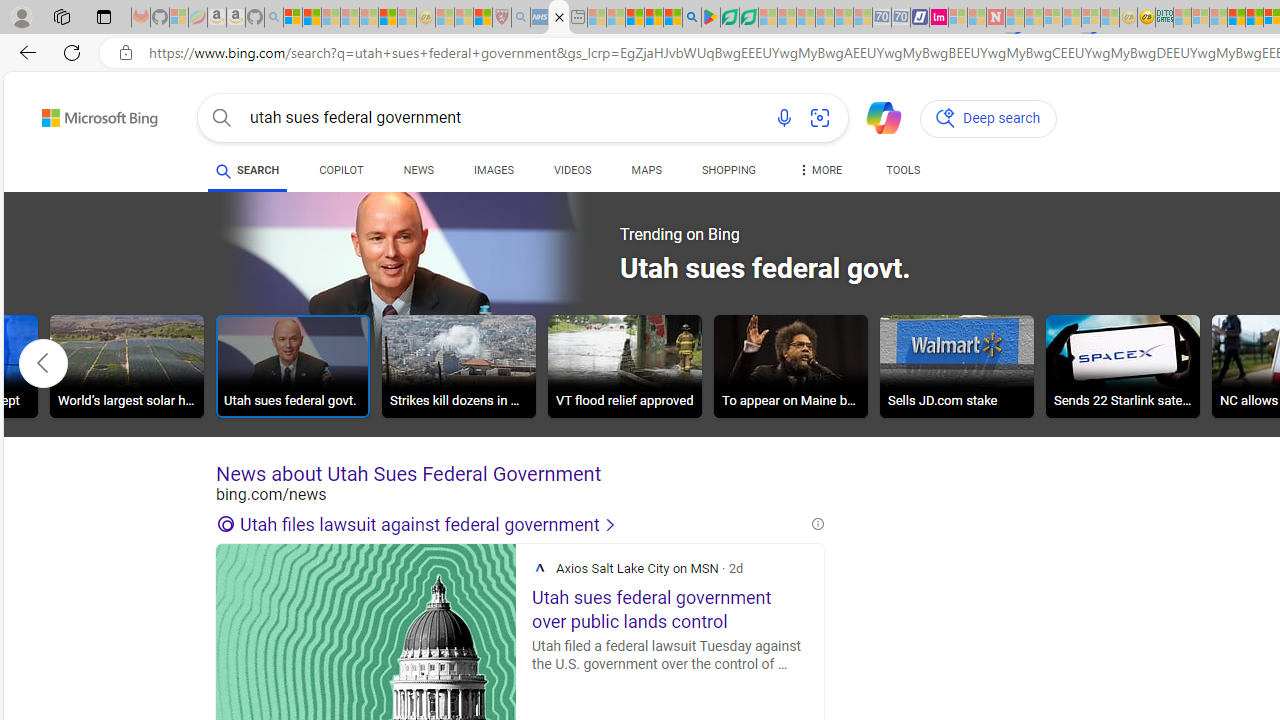  I want to click on 'MAPS', so click(646, 172).